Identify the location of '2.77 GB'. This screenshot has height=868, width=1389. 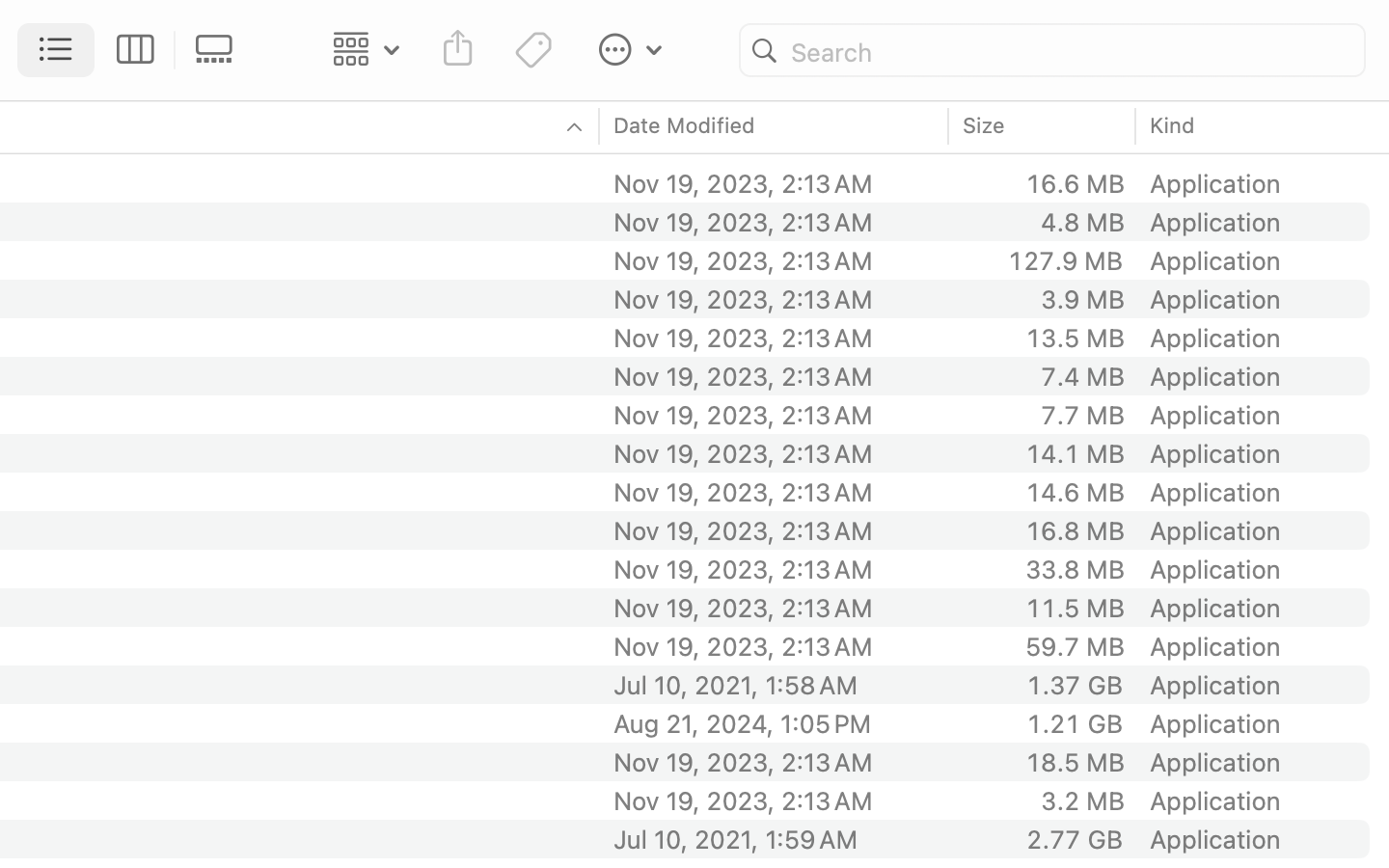
(1073, 839).